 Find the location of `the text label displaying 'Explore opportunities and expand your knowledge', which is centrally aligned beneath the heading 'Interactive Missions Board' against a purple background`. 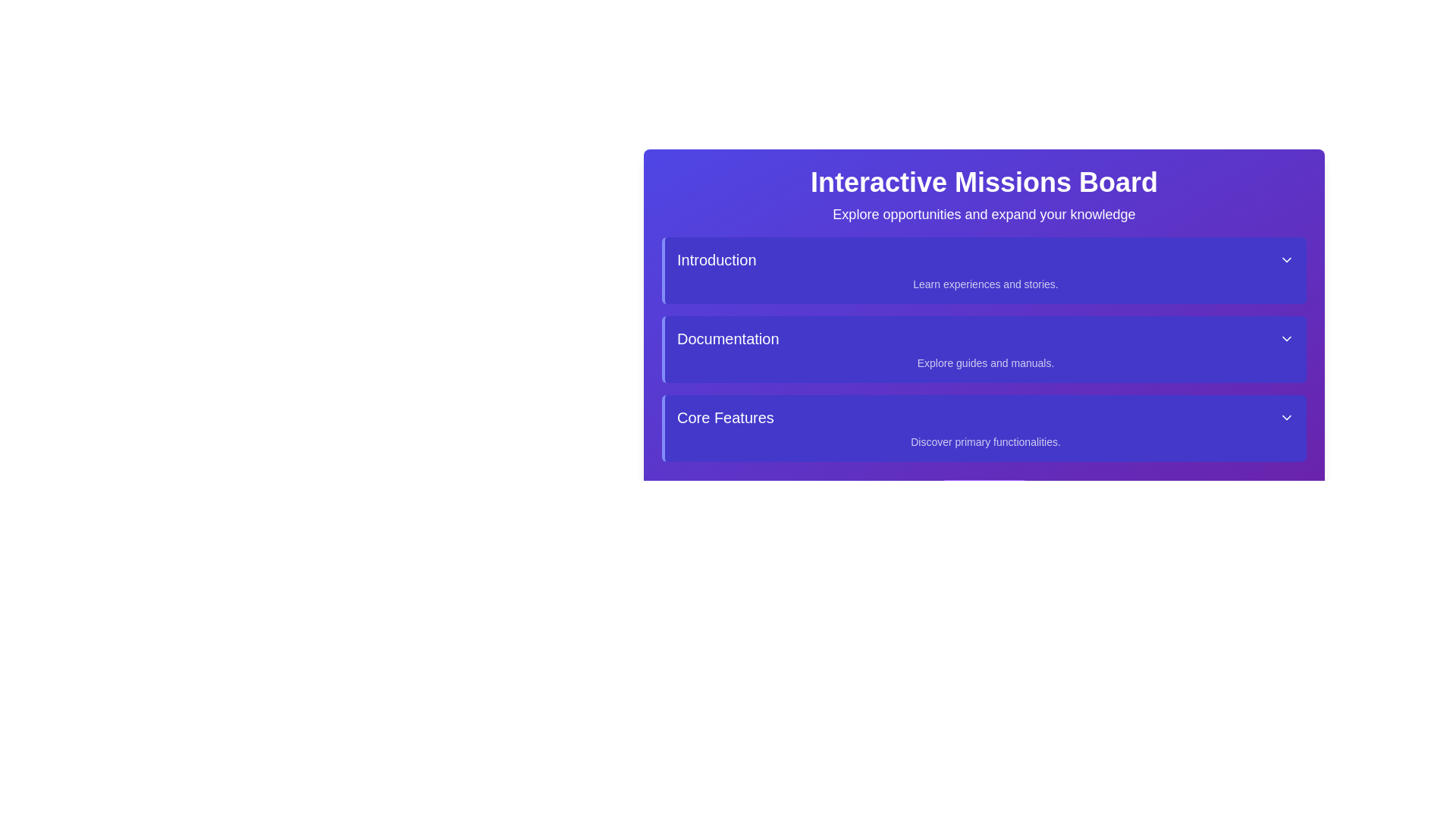

the text label displaying 'Explore opportunities and expand your knowledge', which is centrally aligned beneath the heading 'Interactive Missions Board' against a purple background is located at coordinates (984, 214).